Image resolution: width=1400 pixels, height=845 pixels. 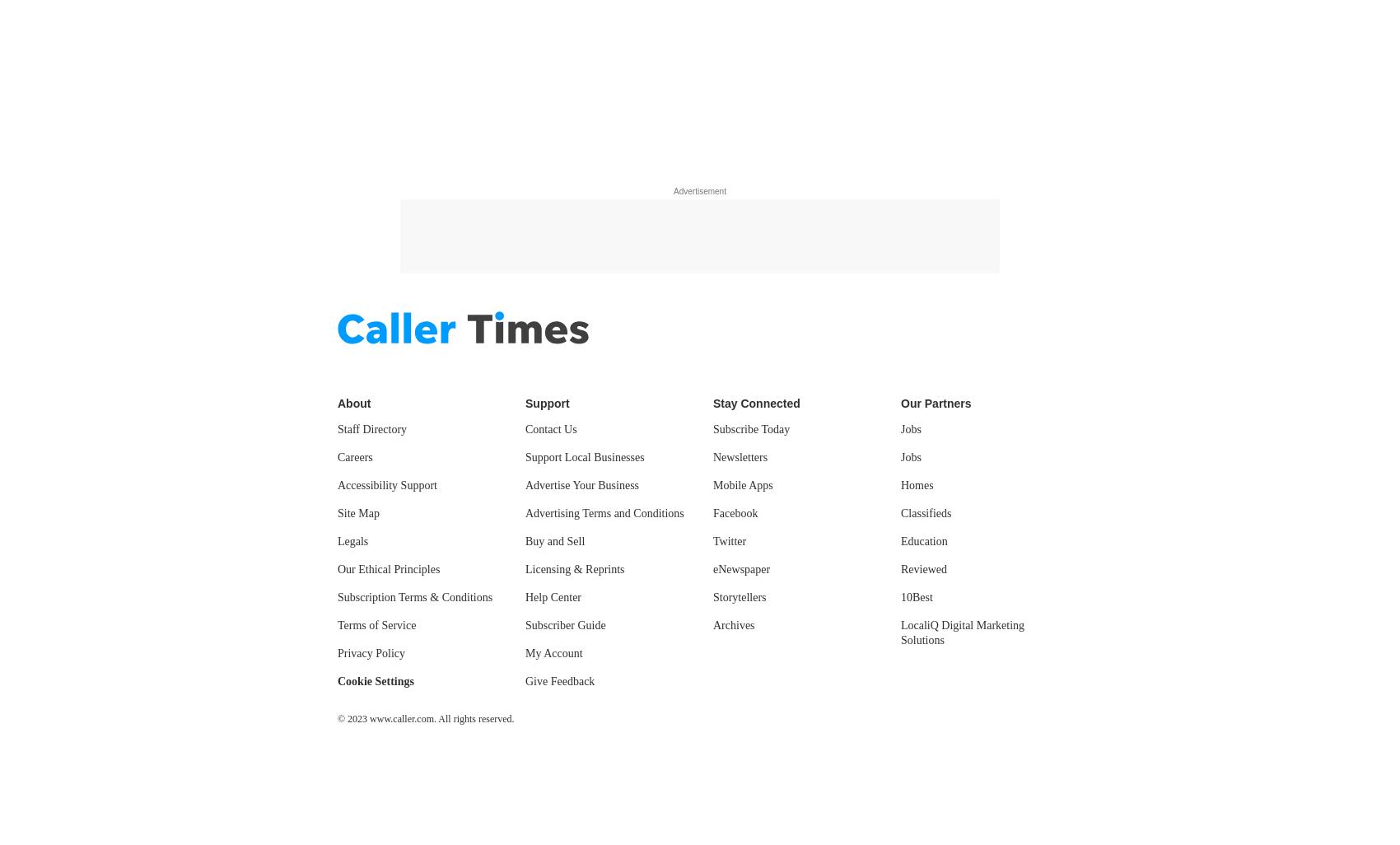 What do you see at coordinates (376, 625) in the screenshot?
I see `'Terms of Service'` at bounding box center [376, 625].